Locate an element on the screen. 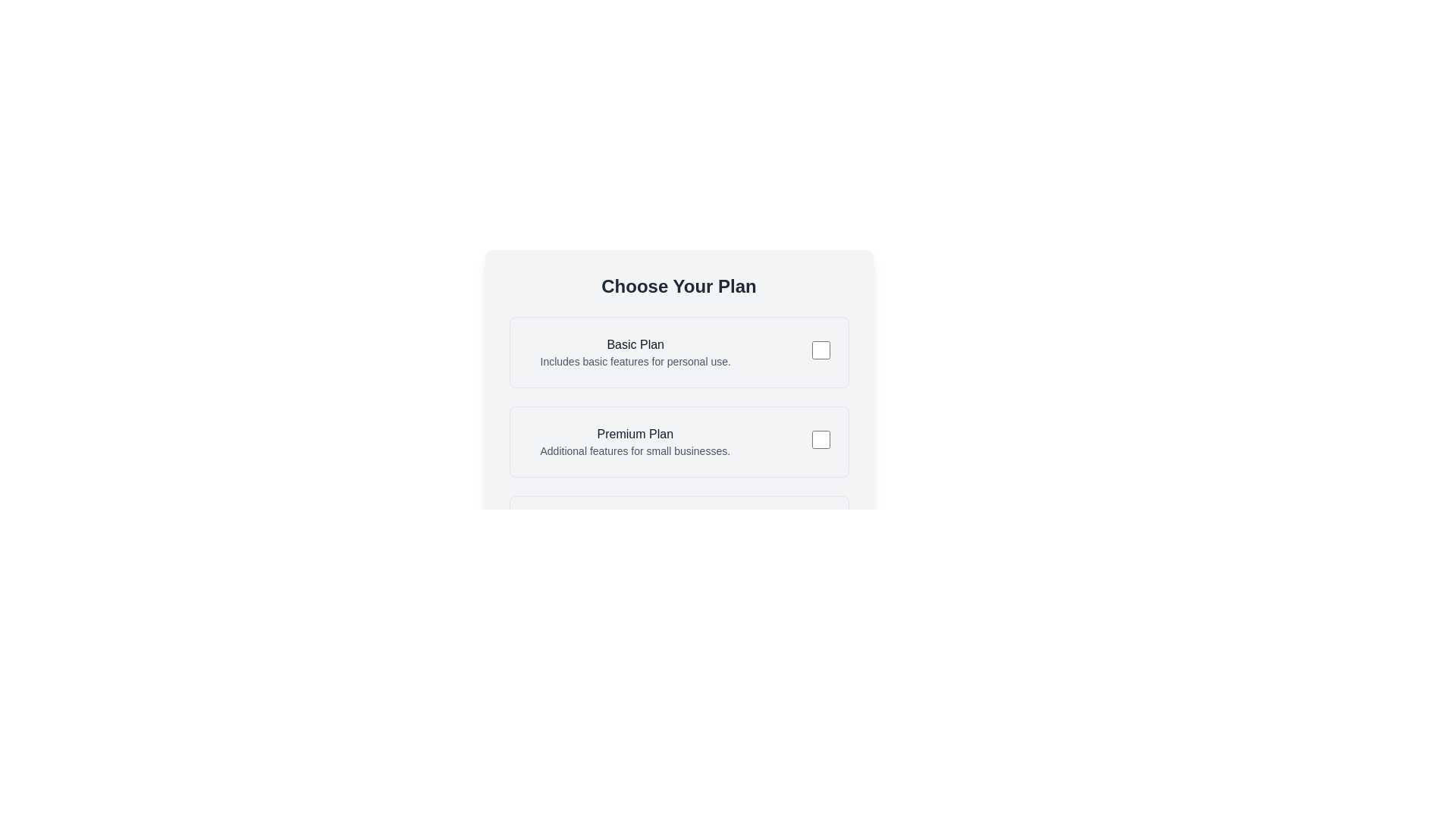  the checkbox is located at coordinates (820, 439).